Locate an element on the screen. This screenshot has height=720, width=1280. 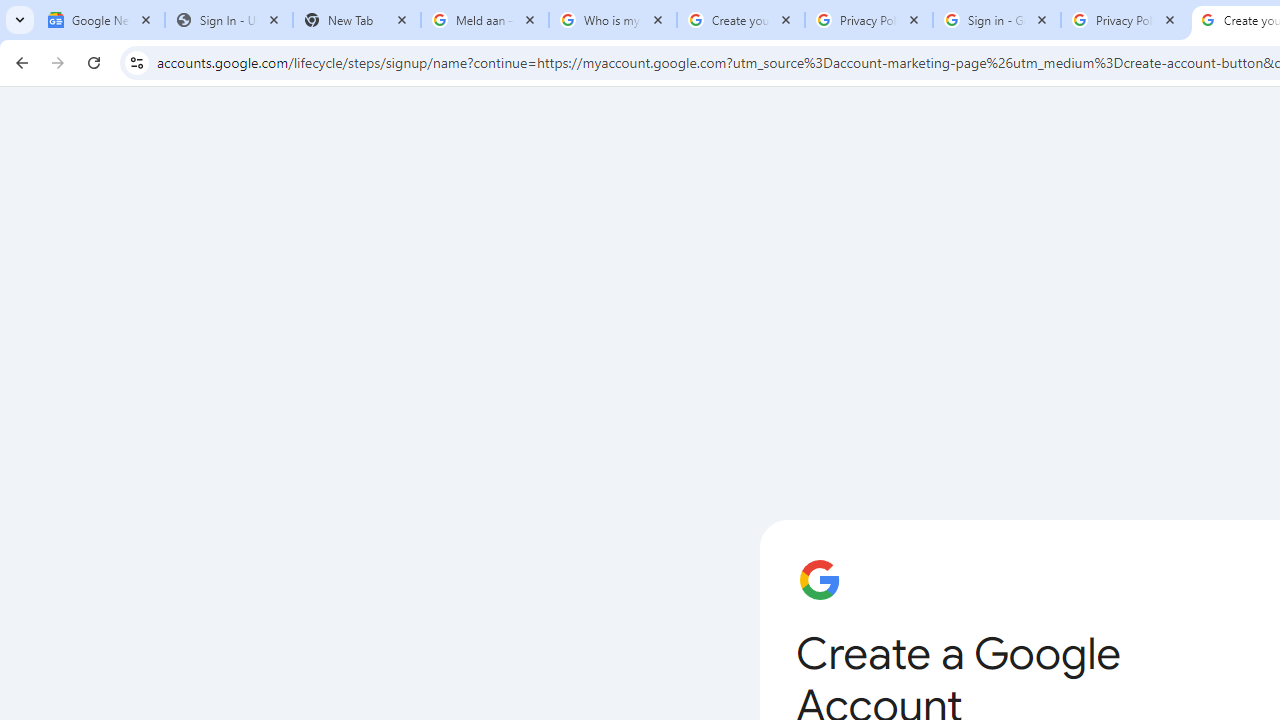
'Create your Google Account' is located at coordinates (740, 20).